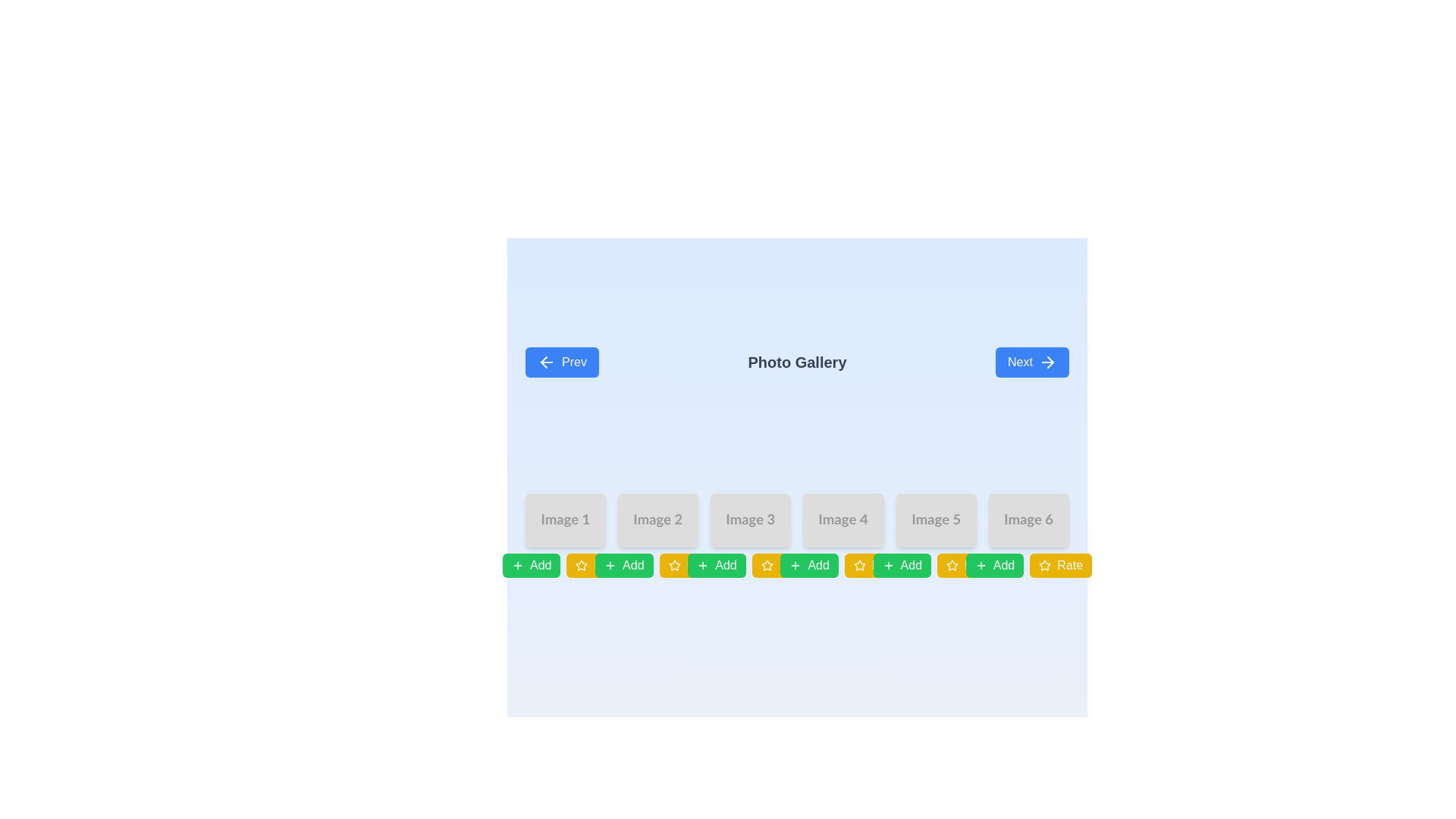 This screenshot has height=819, width=1456. Describe the element at coordinates (581, 565) in the screenshot. I see `the star icon located under the second image thumbnail to rate the image` at that location.